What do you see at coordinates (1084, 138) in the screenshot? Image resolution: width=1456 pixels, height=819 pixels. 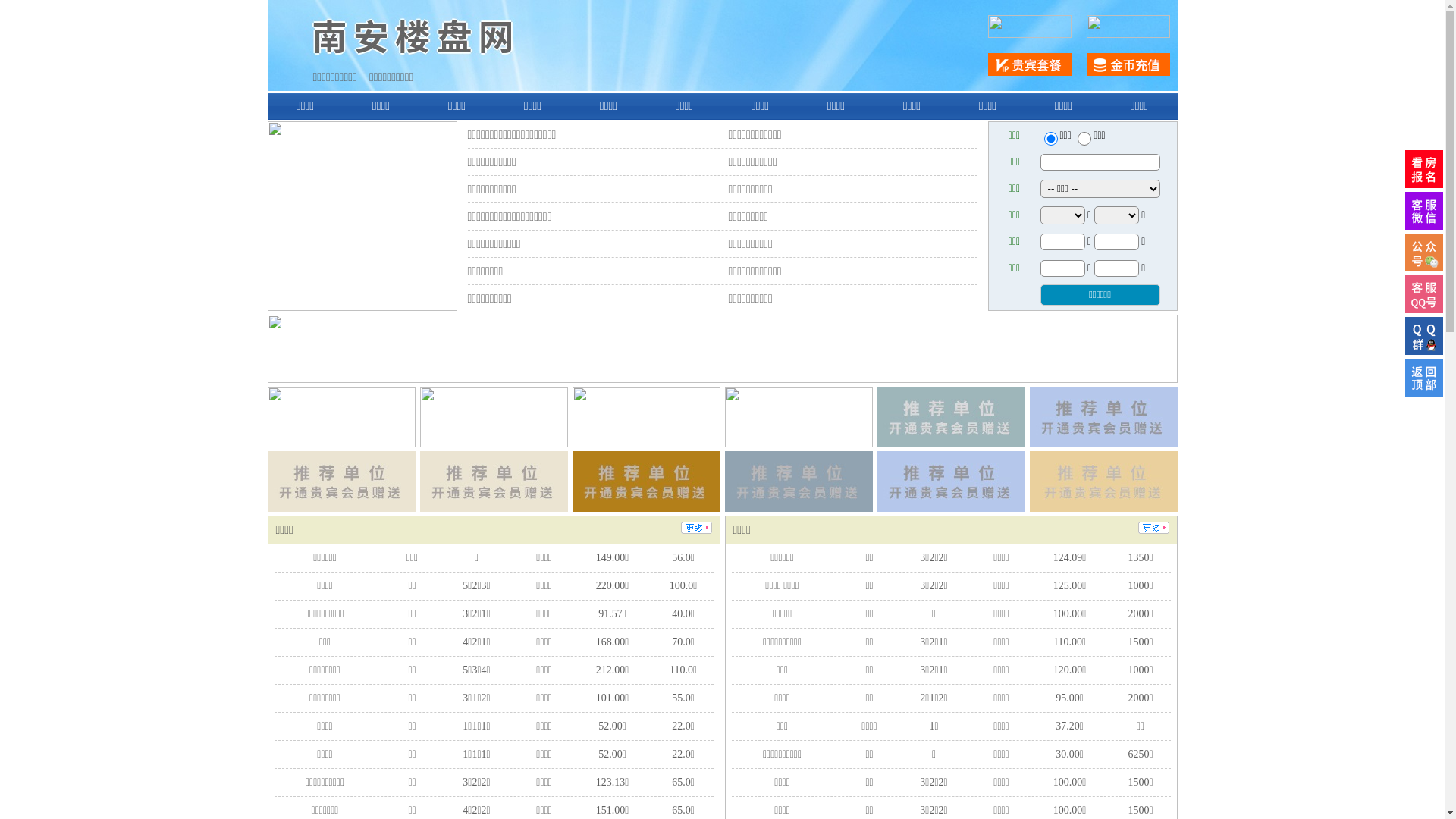 I see `'chuzu'` at bounding box center [1084, 138].